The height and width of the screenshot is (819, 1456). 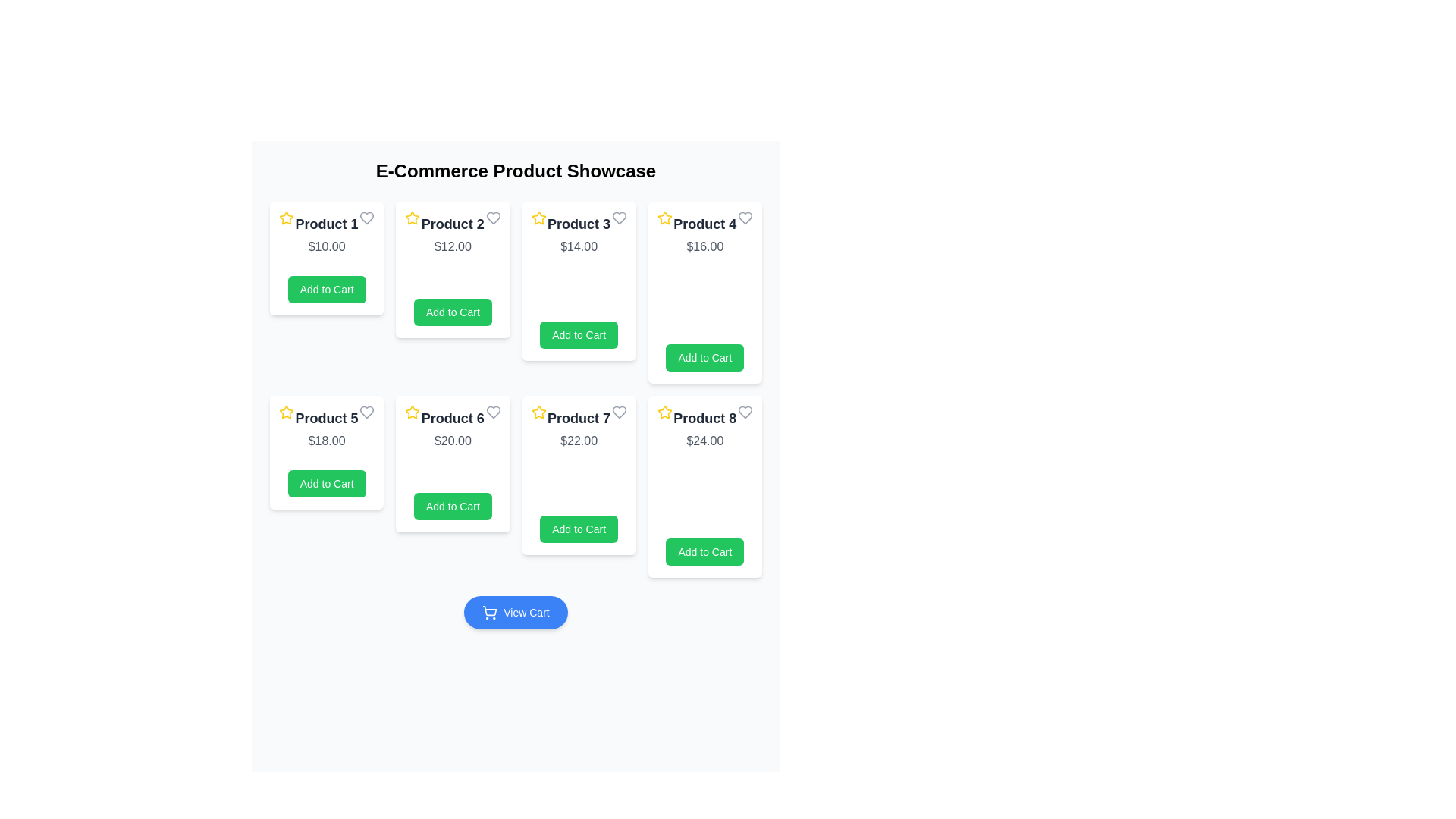 I want to click on the heart icon in the top-right area of the 'Product 7' card to favorite the product, so click(x=619, y=412).